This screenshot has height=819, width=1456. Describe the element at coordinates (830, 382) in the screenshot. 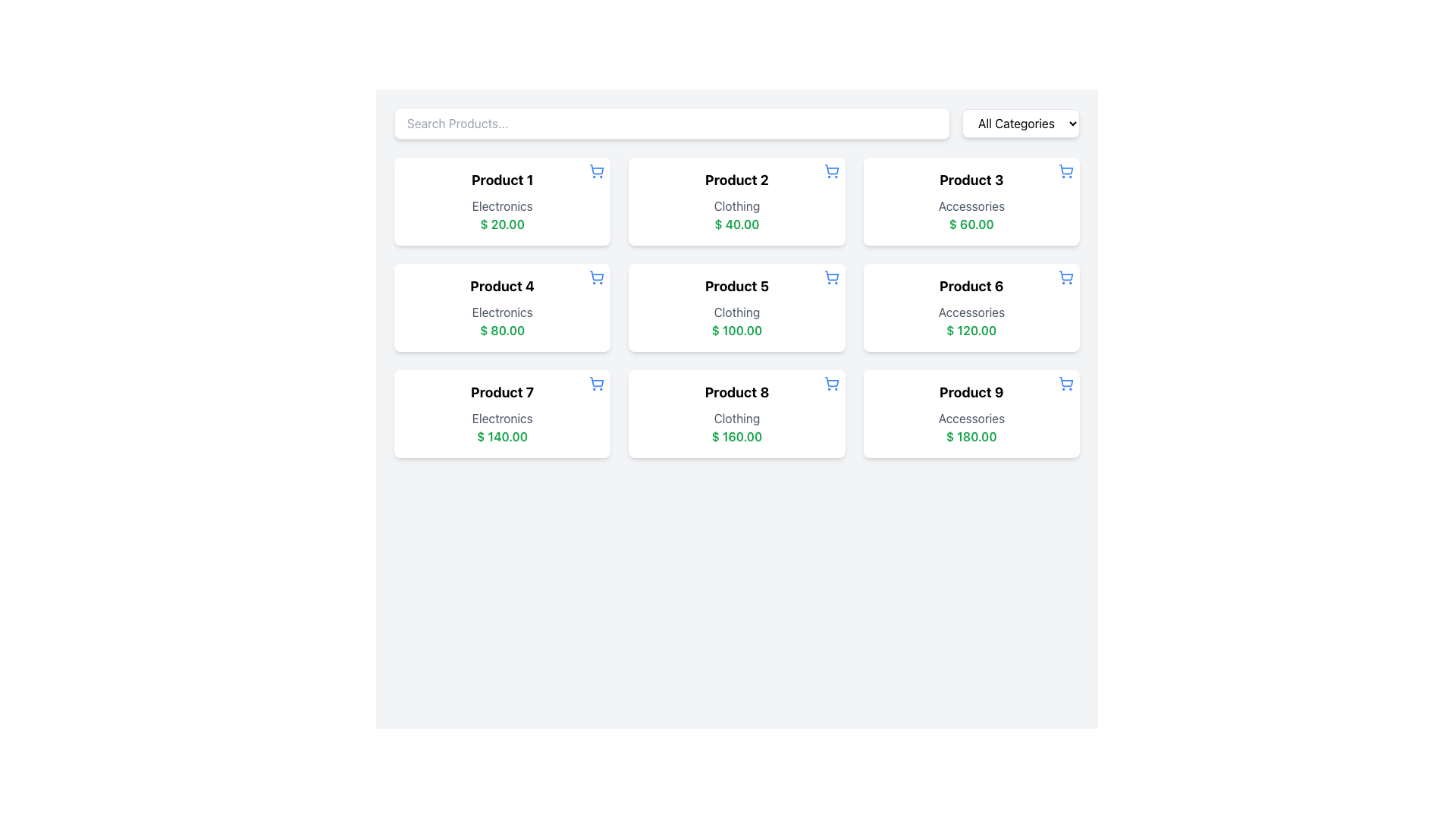

I see `the shopping cart icon button located at the top-right corner inside the card titled 'Product 8' to interact with it` at that location.